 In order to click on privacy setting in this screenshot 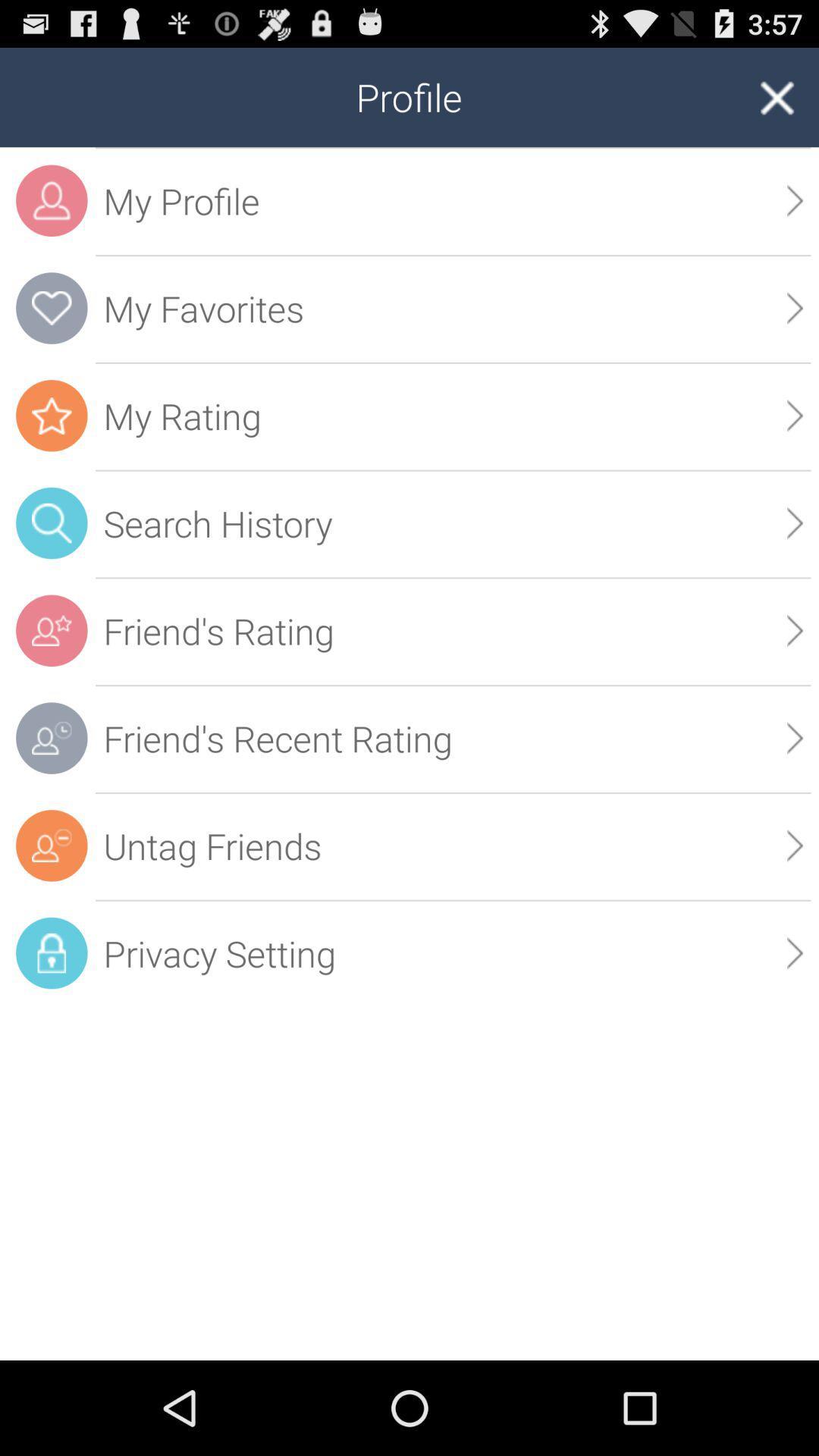, I will do `click(452, 952)`.